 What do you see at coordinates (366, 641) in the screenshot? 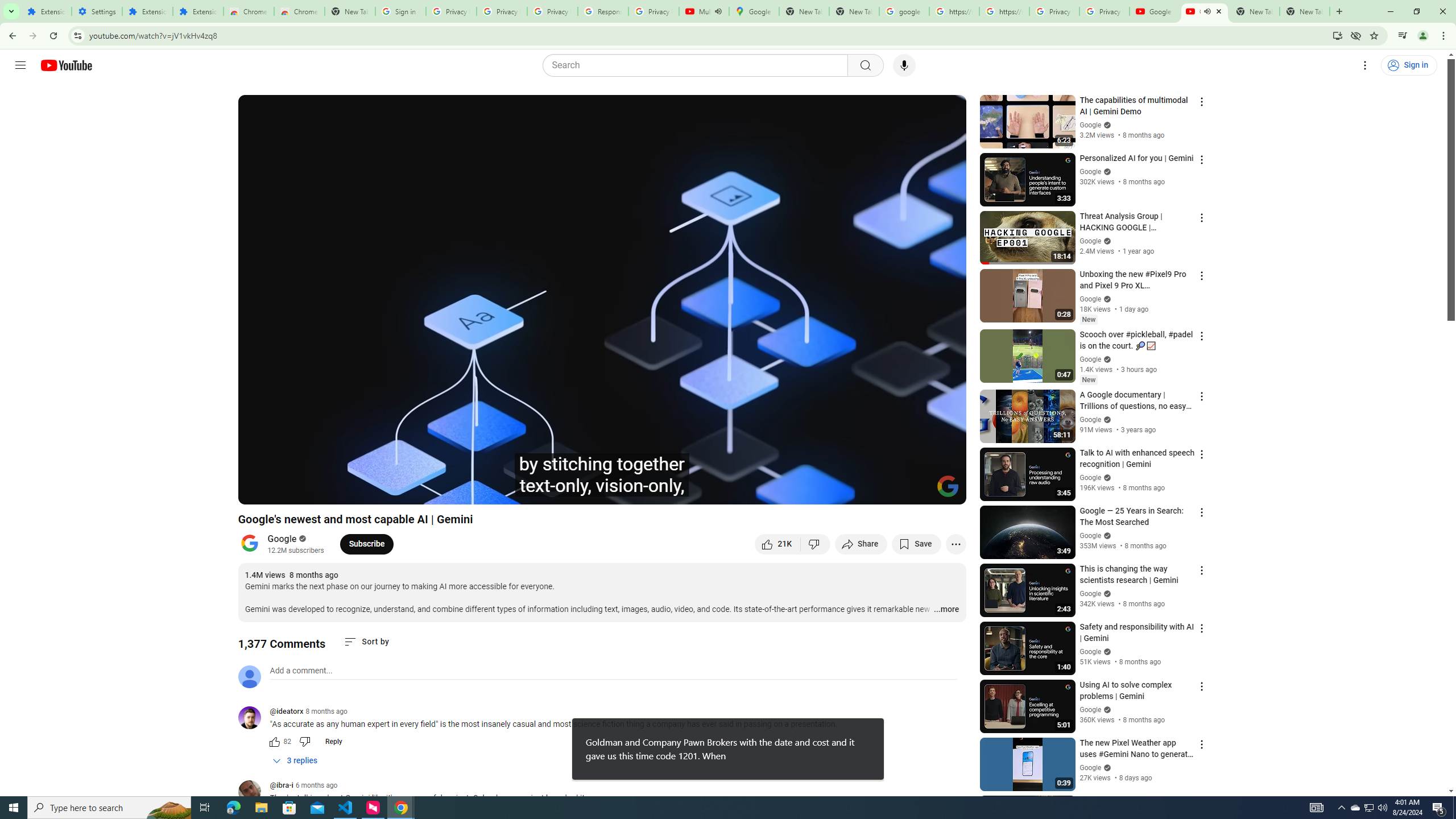
I see `'Sort comments'` at bounding box center [366, 641].